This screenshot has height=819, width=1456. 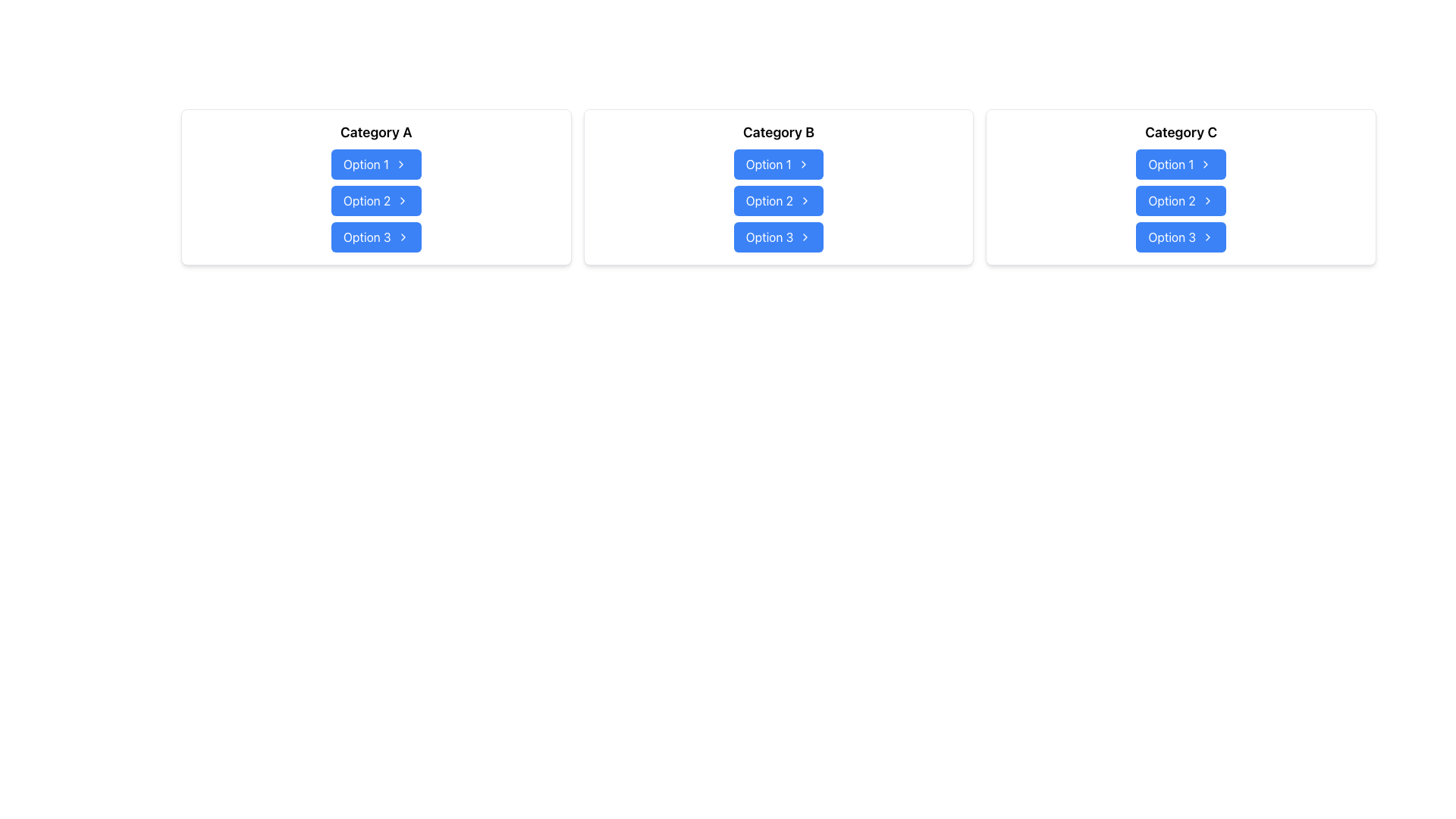 I want to click on the blue button labeled 'Option 1' with a right-pointing arrow icon under the 'Category A' heading, so click(x=375, y=164).